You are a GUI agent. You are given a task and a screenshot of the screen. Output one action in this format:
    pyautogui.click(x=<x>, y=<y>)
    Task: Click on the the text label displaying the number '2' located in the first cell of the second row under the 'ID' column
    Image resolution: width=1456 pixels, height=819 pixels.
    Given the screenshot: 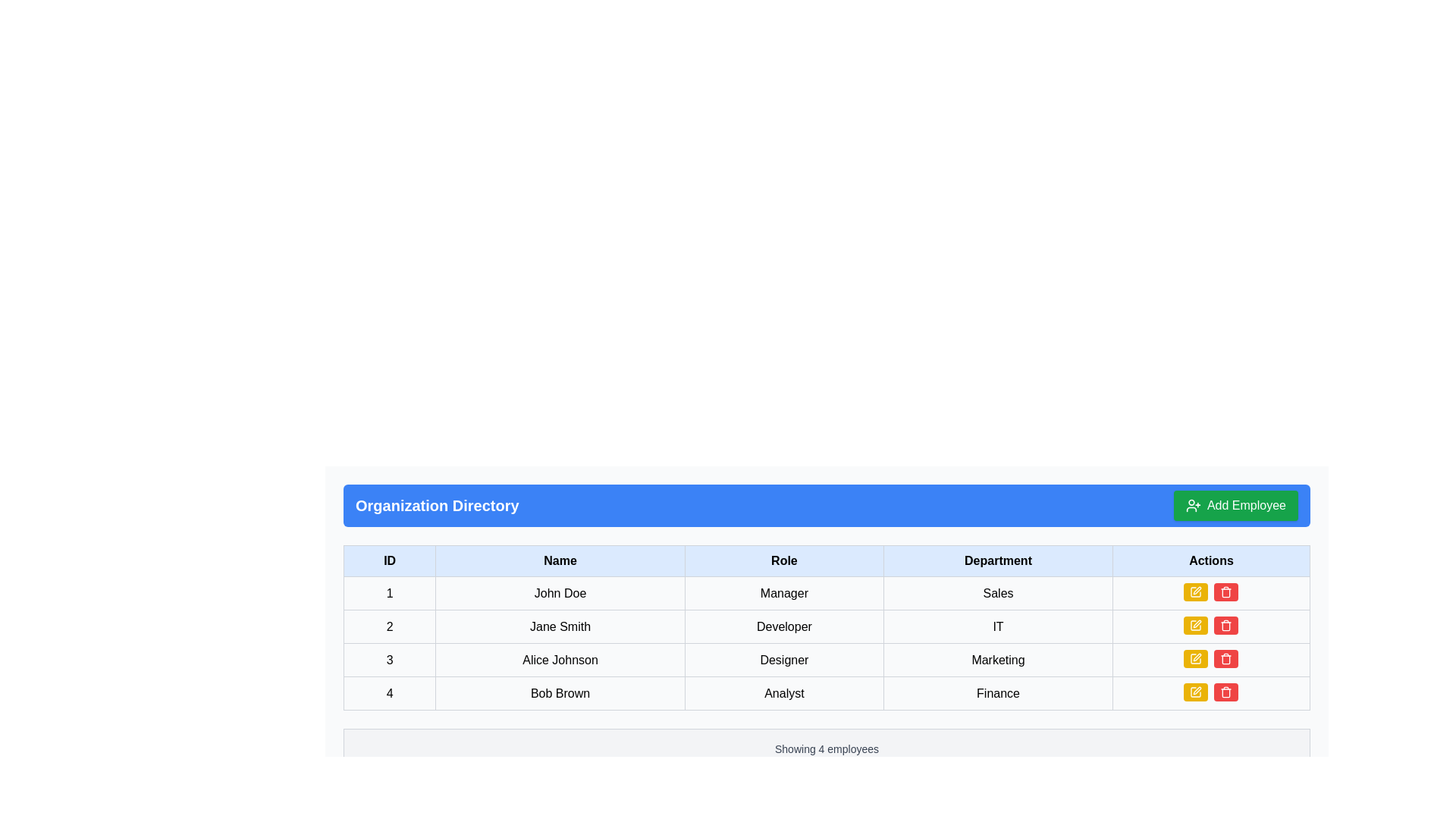 What is the action you would take?
    pyautogui.click(x=390, y=626)
    